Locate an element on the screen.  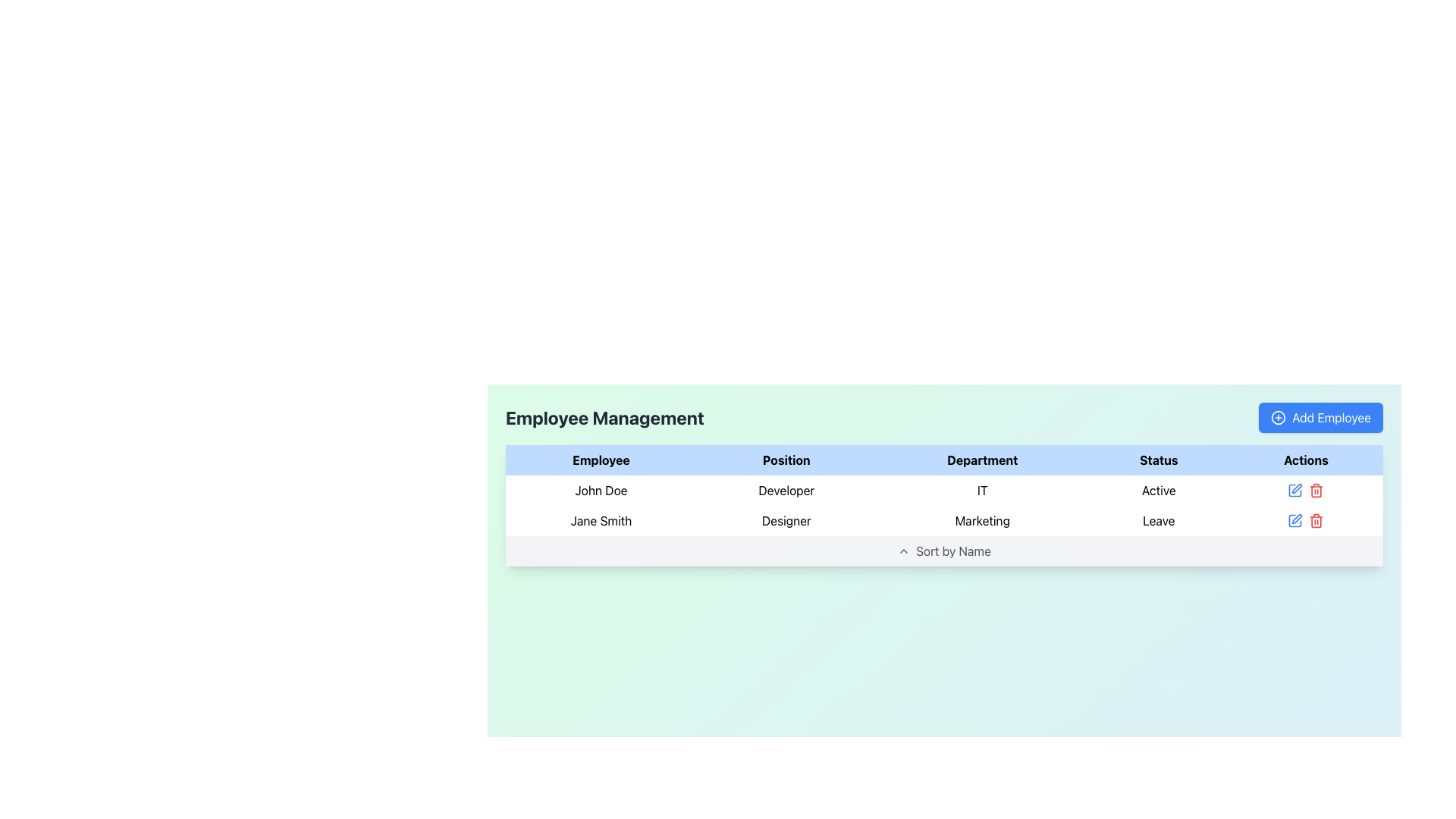
the text label reading 'Employee Management' which is located at the top of the interface, above the employee details table is located at coordinates (604, 418).